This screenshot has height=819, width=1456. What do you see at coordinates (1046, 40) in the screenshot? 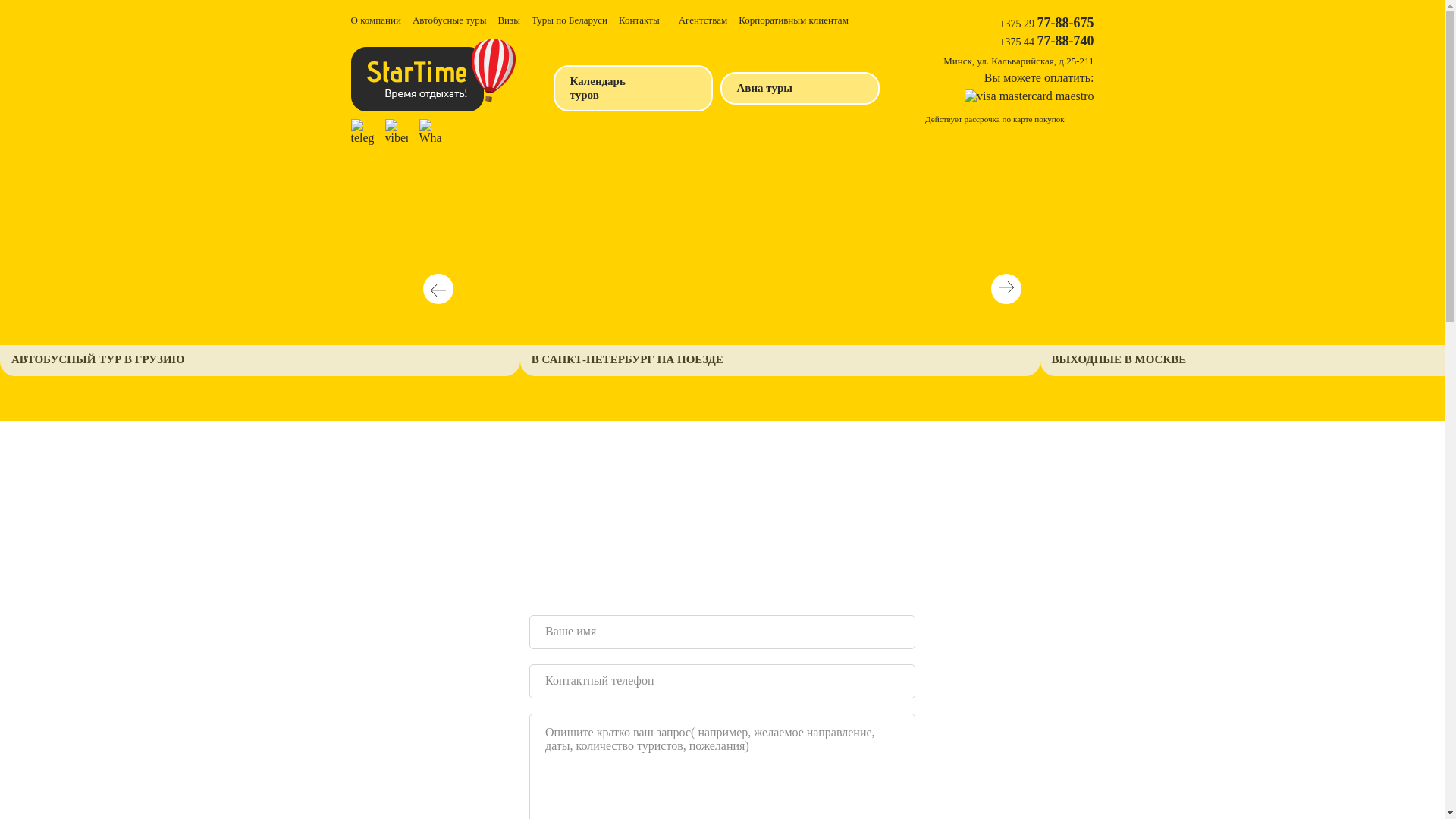
I see `'+375 44 77-88-740'` at bounding box center [1046, 40].